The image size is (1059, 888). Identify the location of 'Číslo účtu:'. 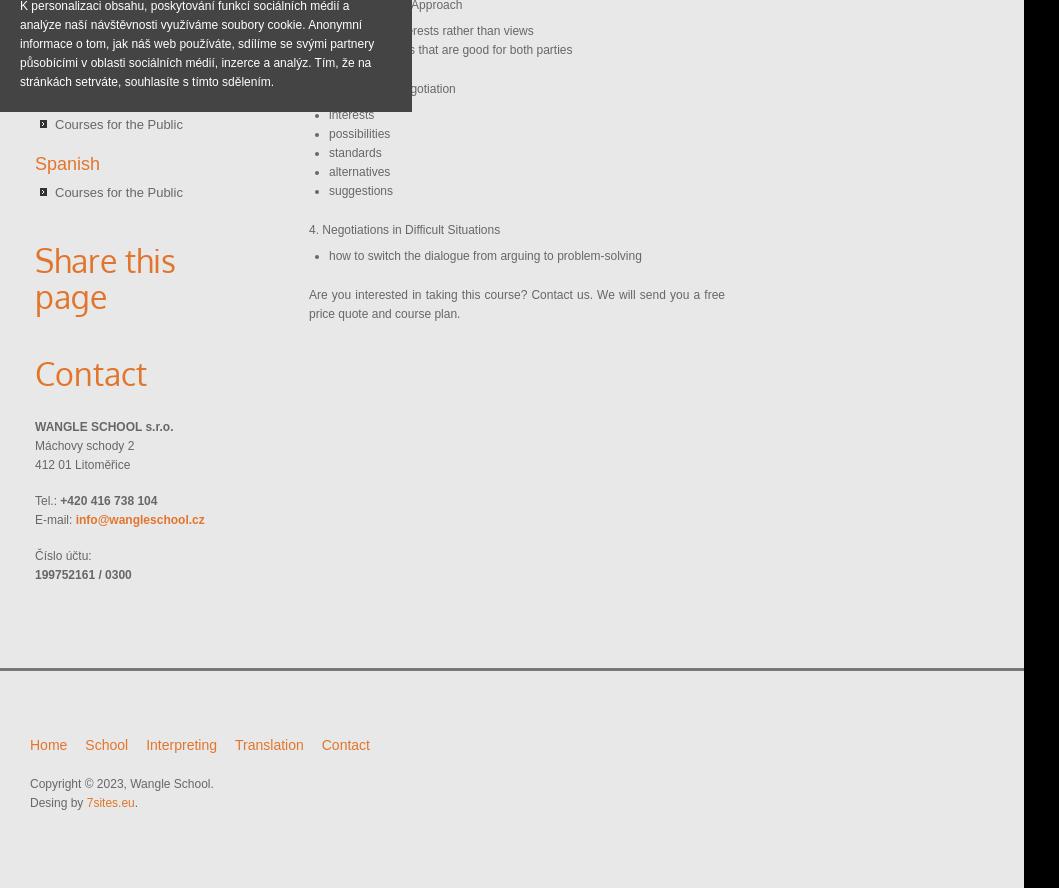
(63, 555).